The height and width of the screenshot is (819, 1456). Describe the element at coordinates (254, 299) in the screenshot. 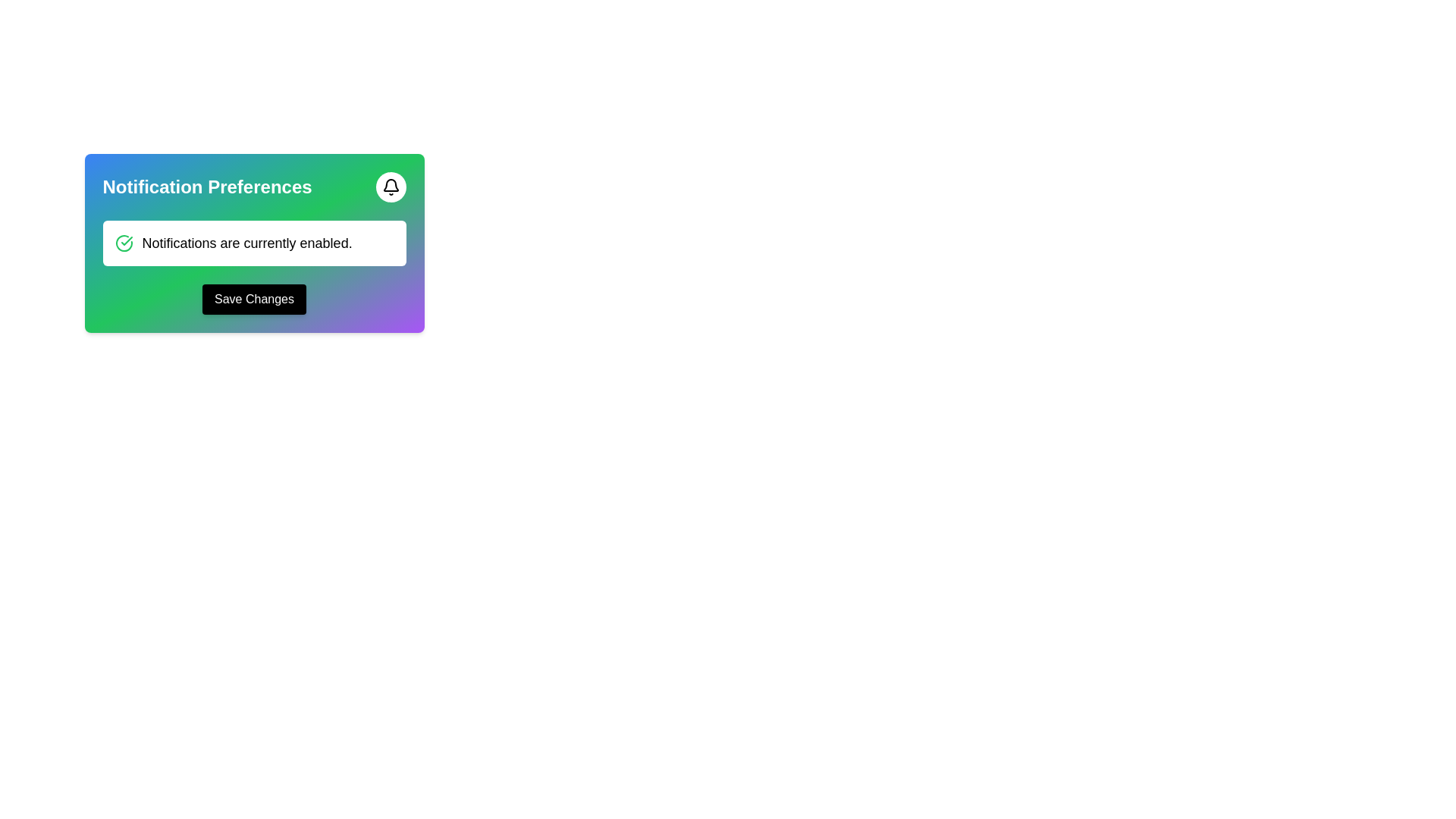

I see `the confirm button at the bottom of the 'Notification Preferences' card` at that location.